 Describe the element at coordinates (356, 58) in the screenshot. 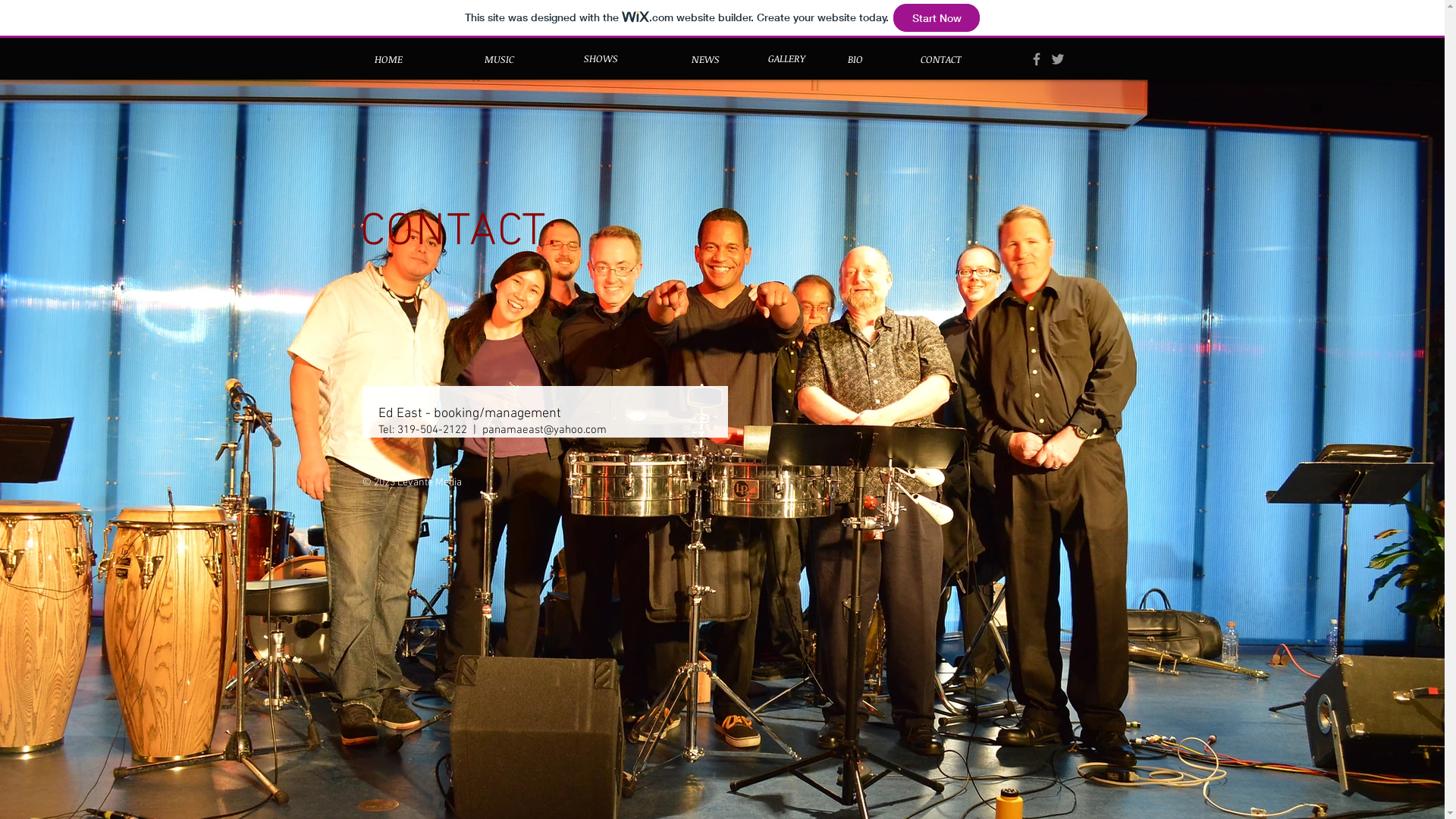

I see `'HOME'` at that location.